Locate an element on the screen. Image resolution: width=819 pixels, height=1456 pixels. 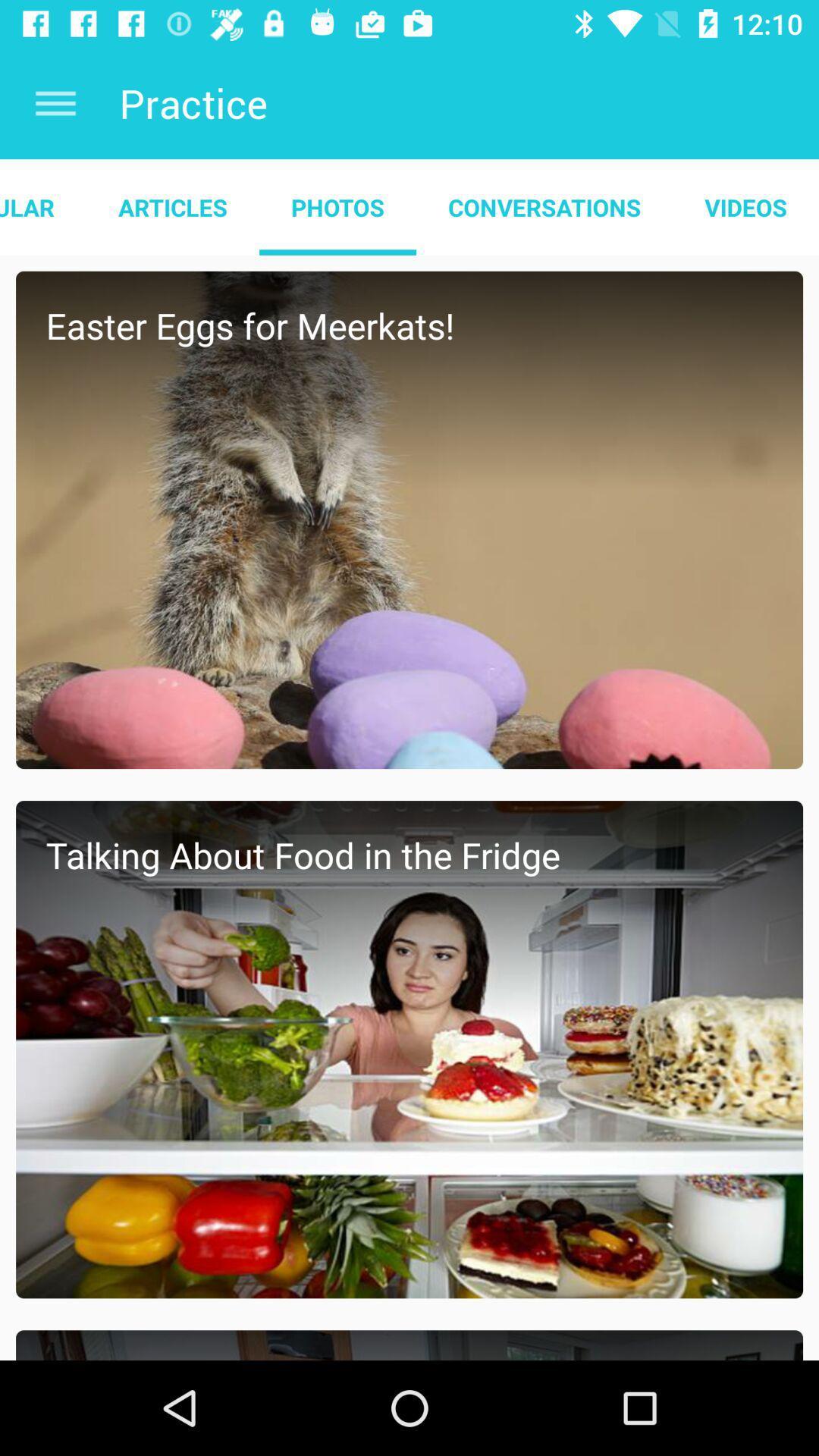
the app to the right of the popular app is located at coordinates (171, 206).